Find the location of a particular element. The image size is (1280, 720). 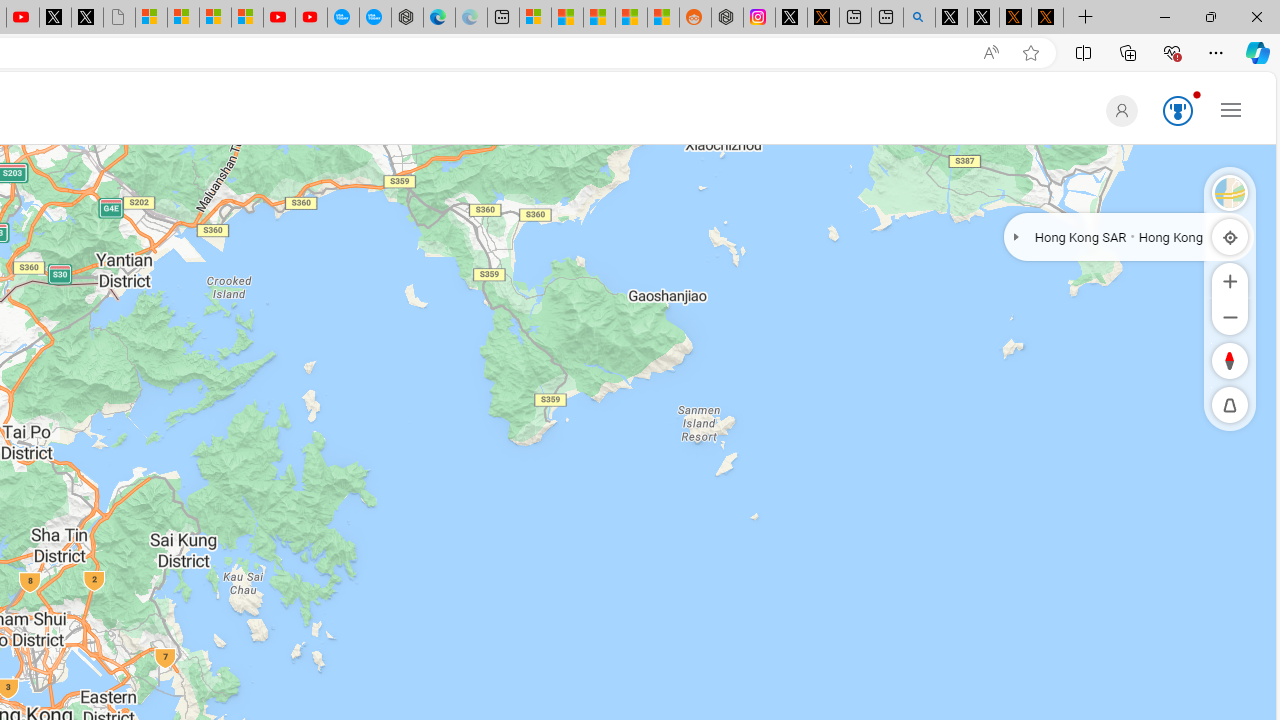

'help.x.com | 524: A timeout occurred' is located at coordinates (823, 17).